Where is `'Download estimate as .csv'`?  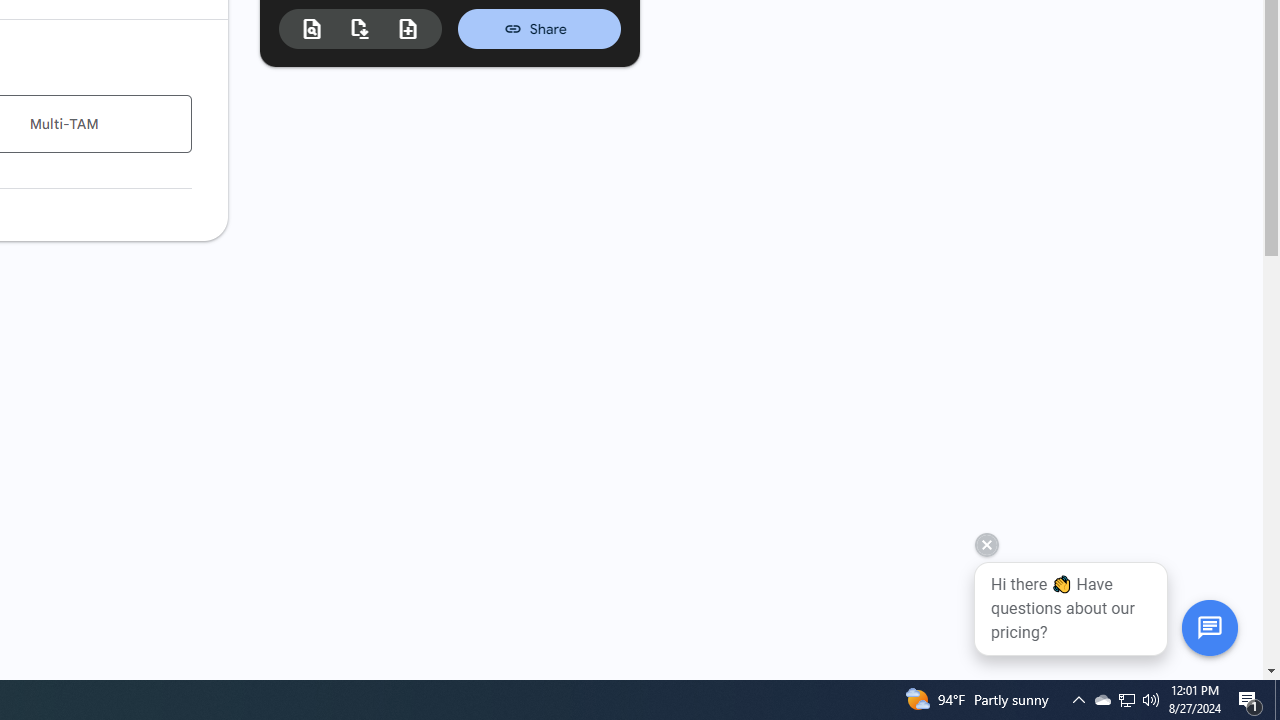 'Download estimate as .csv' is located at coordinates (360, 28).